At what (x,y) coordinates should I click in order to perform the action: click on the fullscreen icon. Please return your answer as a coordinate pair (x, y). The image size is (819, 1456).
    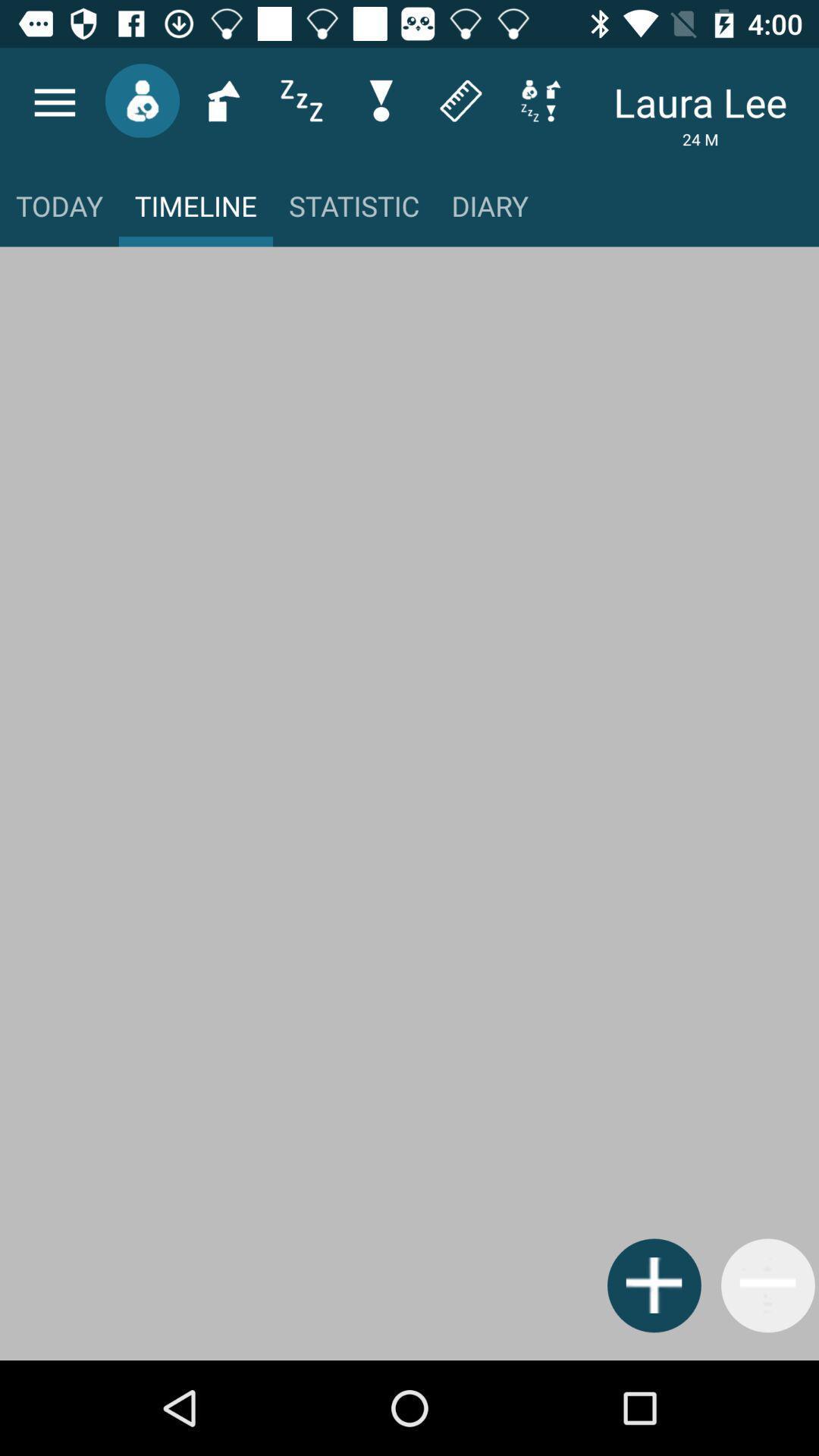
    Looking at the image, I should click on (539, 99).